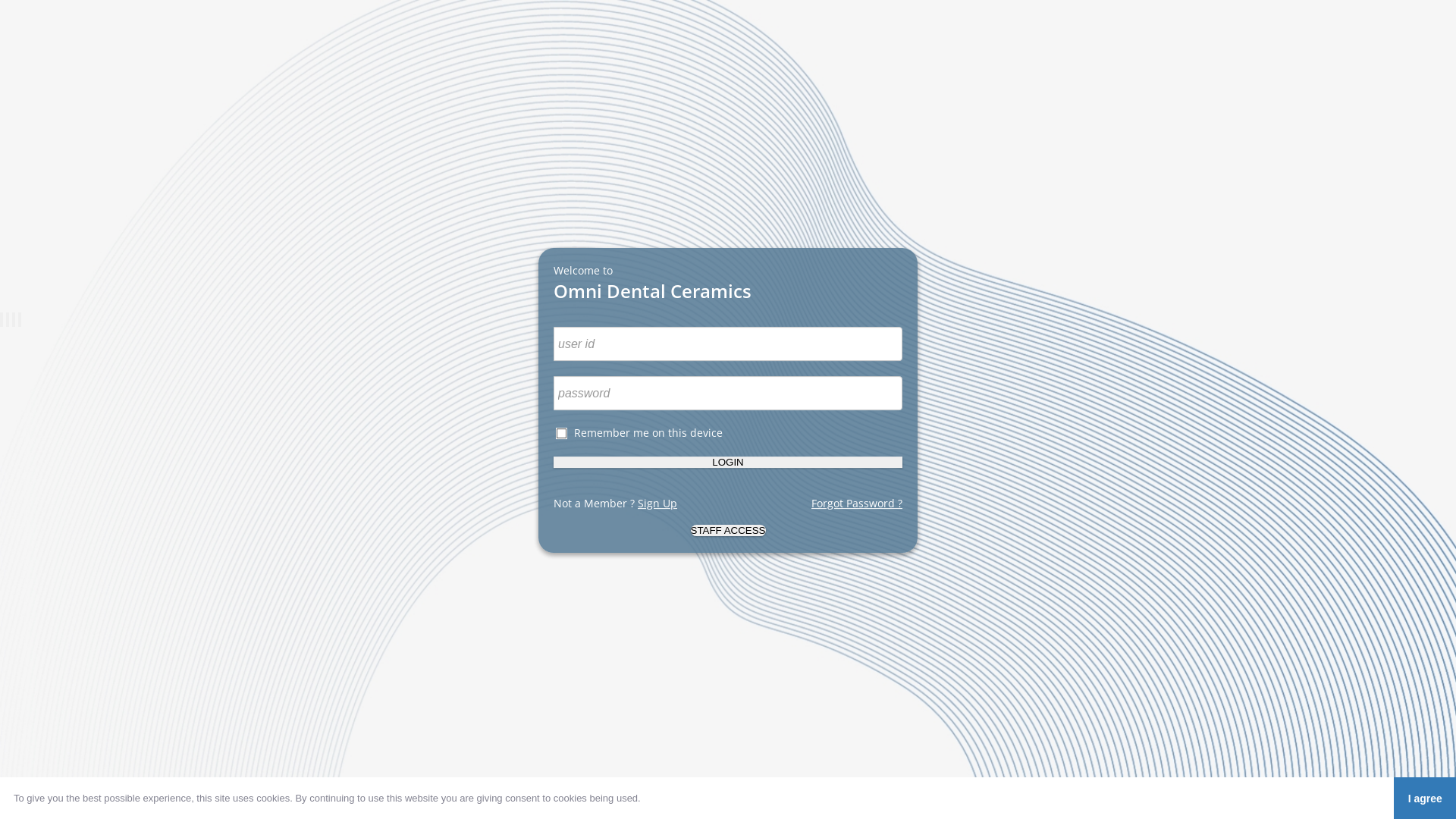 Image resolution: width=1456 pixels, height=819 pixels. What do you see at coordinates (657, 503) in the screenshot?
I see `'Sign Up'` at bounding box center [657, 503].